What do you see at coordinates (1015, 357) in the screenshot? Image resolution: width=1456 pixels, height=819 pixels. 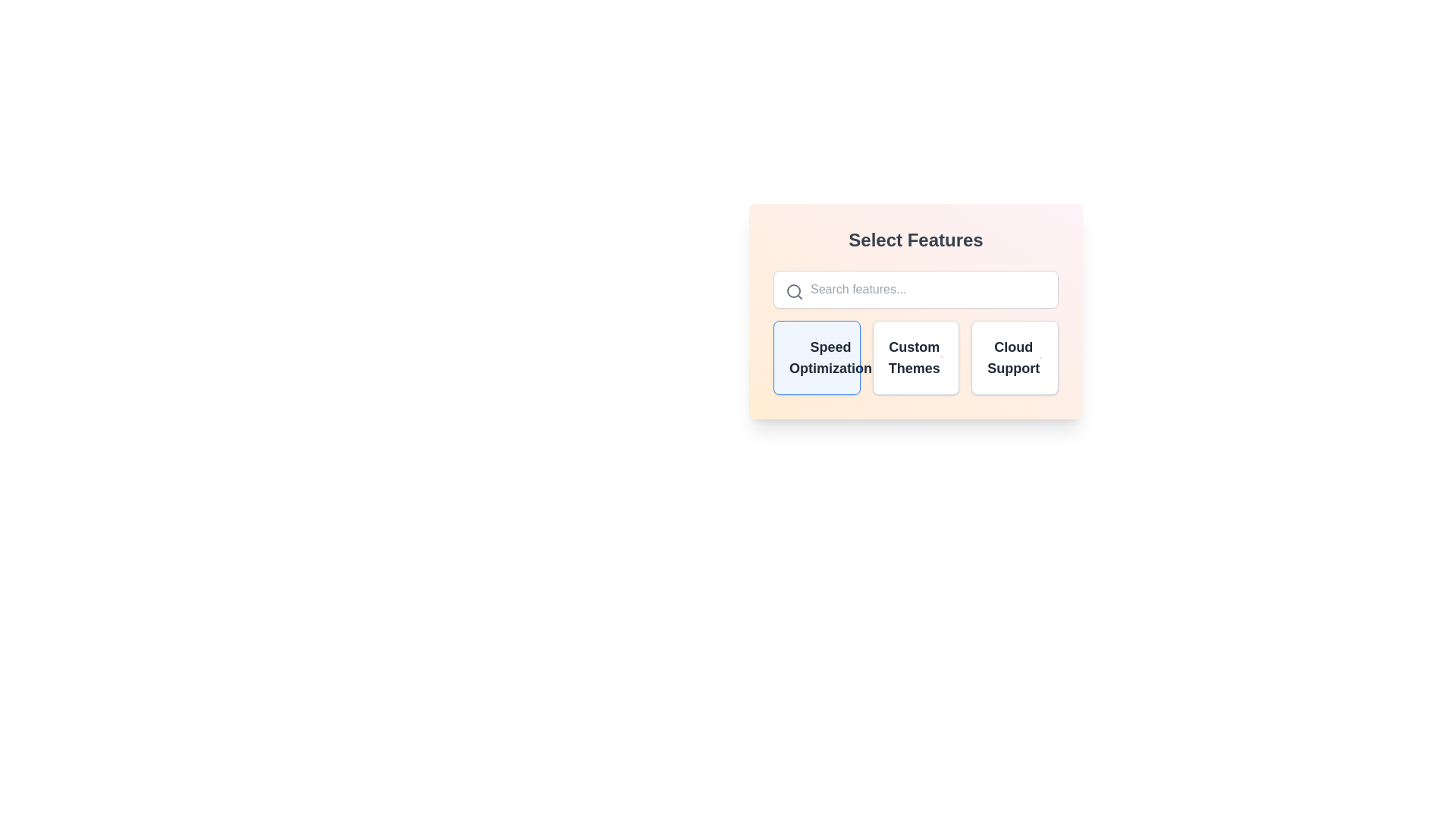 I see `the feature Cloud Support` at bounding box center [1015, 357].